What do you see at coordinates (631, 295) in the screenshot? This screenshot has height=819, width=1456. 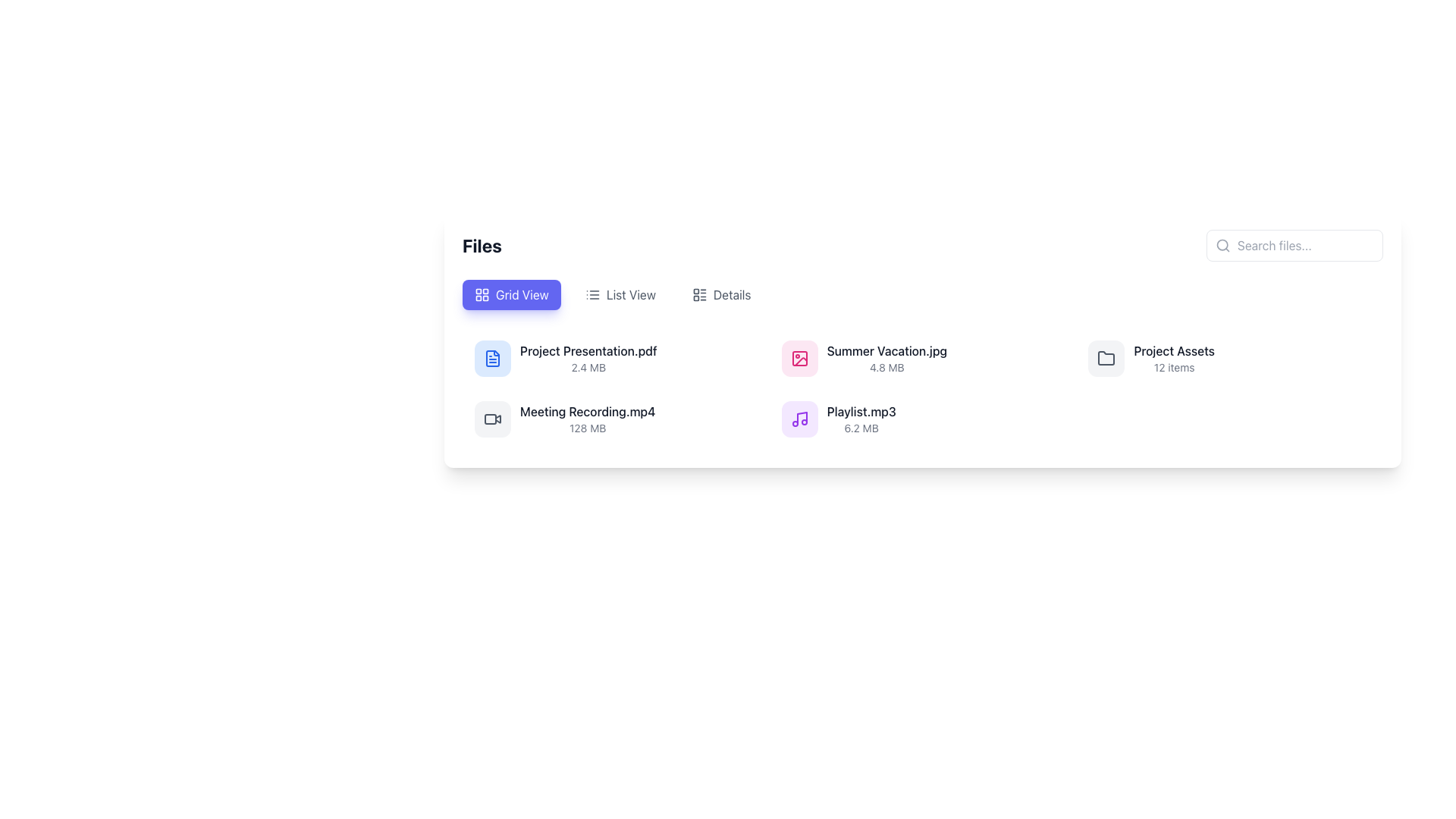 I see `the 'List View' Text button, which is styled with a clean, sans-serif font in gray and is located in the navigation bar between 'Grid View' and 'Details'` at bounding box center [631, 295].